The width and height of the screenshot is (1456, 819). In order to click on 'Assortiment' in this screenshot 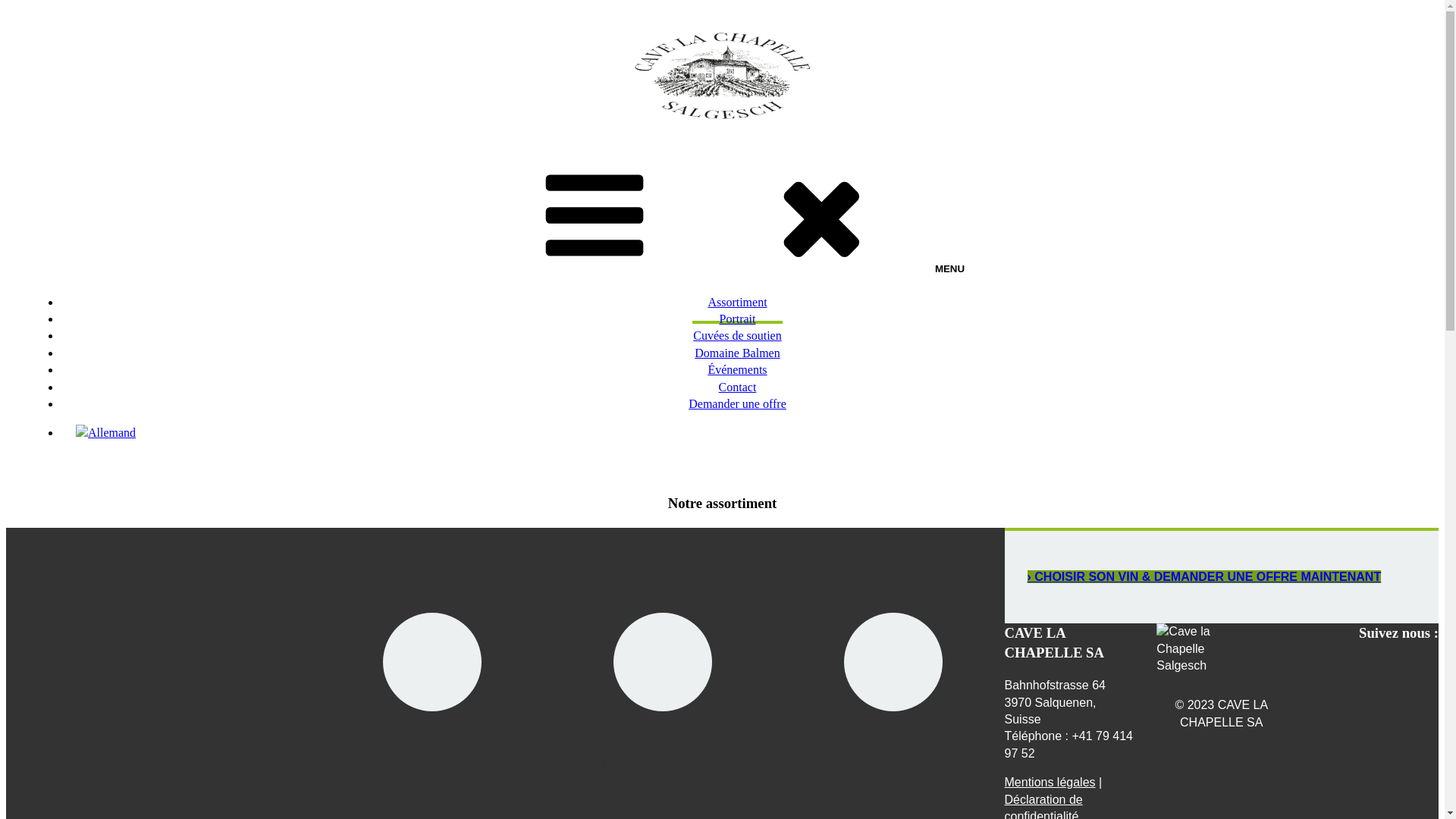, I will do `click(691, 303)`.